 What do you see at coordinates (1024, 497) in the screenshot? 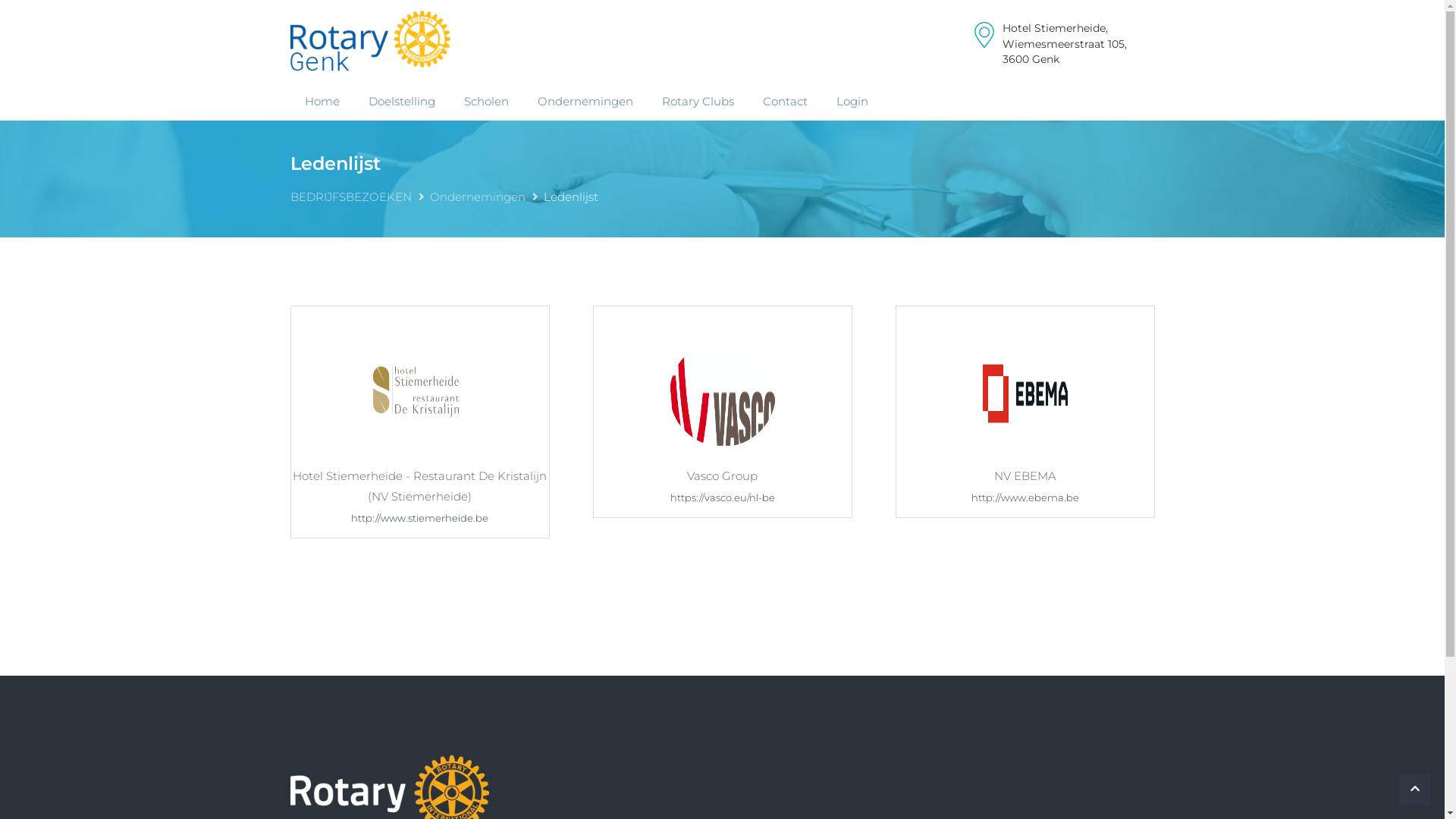
I see `'http://www.ebema.be'` at bounding box center [1024, 497].